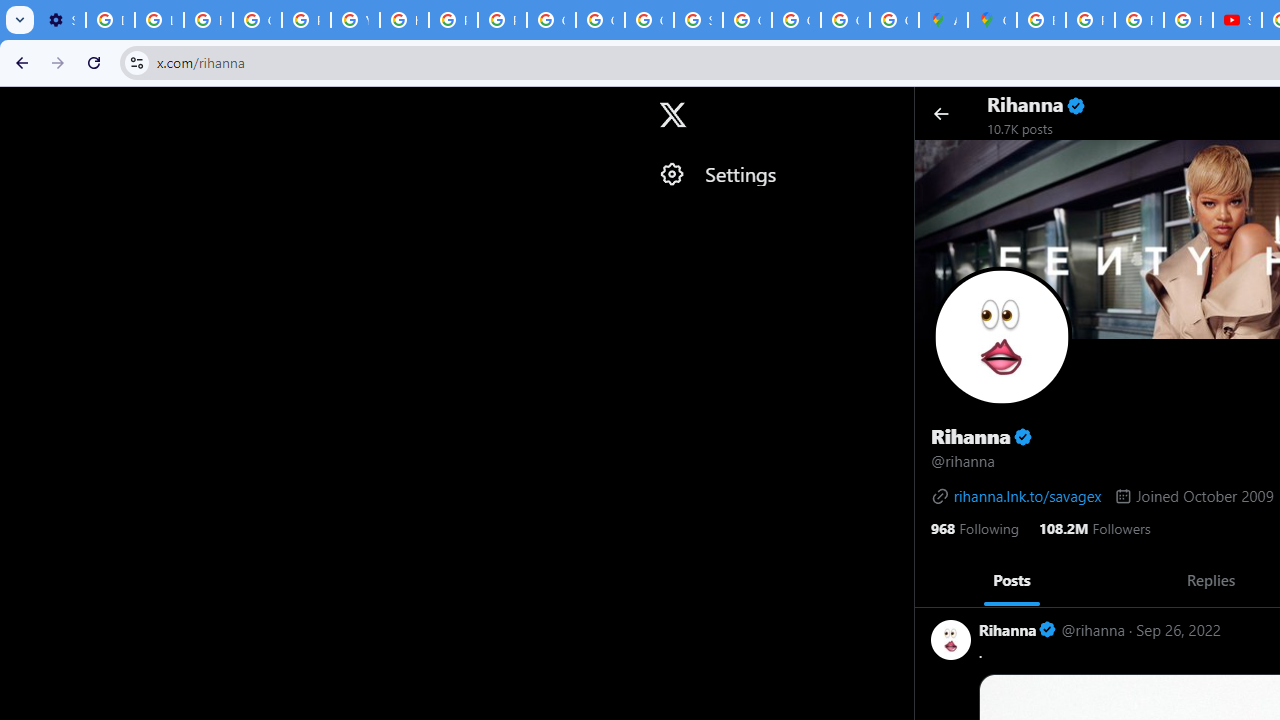 This screenshot has width=1280, height=720. I want to click on 'Skip to home timeline', so click(17, 105).